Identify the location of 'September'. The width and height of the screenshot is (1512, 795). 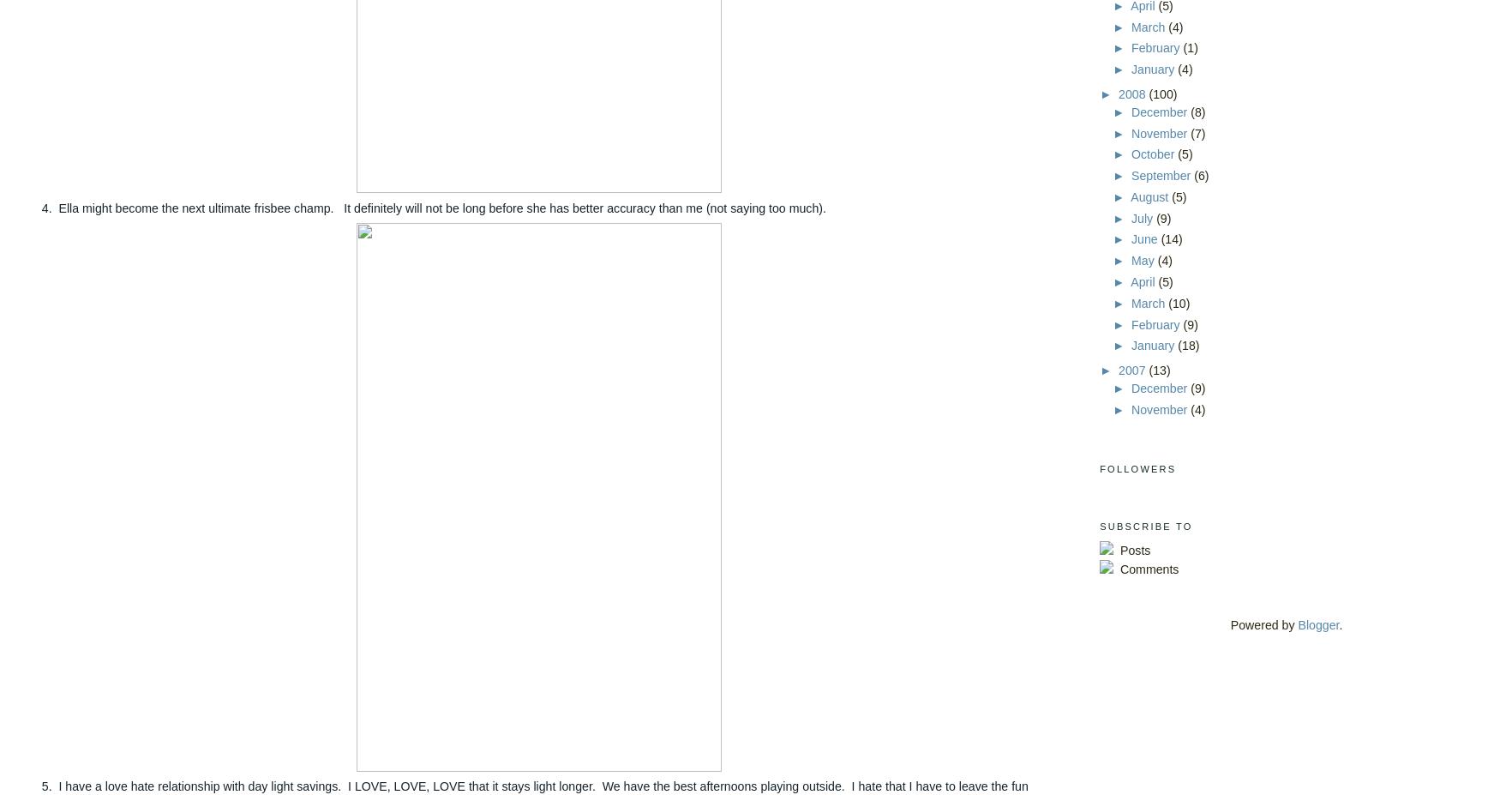
(1131, 175).